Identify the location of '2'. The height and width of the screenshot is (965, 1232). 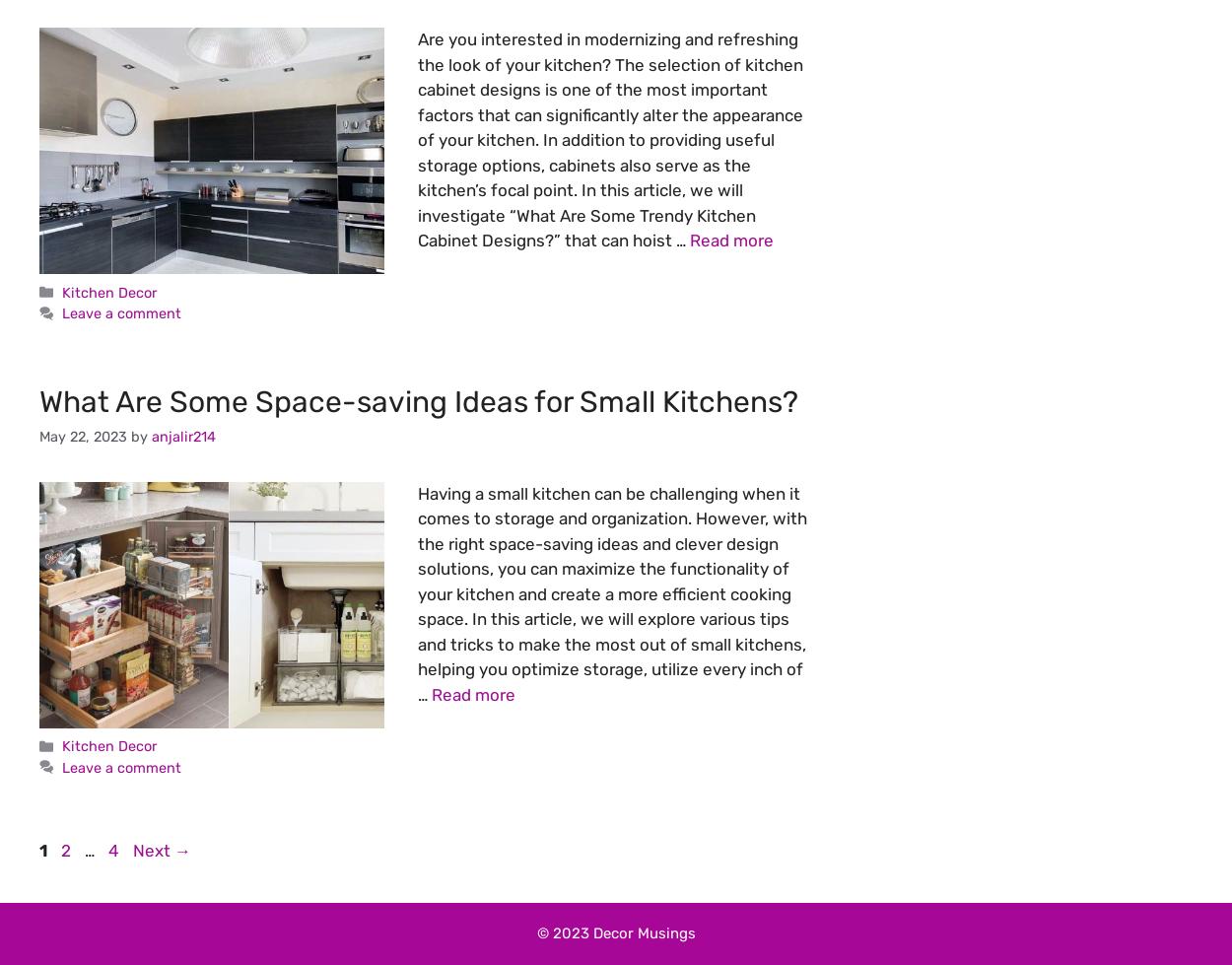
(65, 849).